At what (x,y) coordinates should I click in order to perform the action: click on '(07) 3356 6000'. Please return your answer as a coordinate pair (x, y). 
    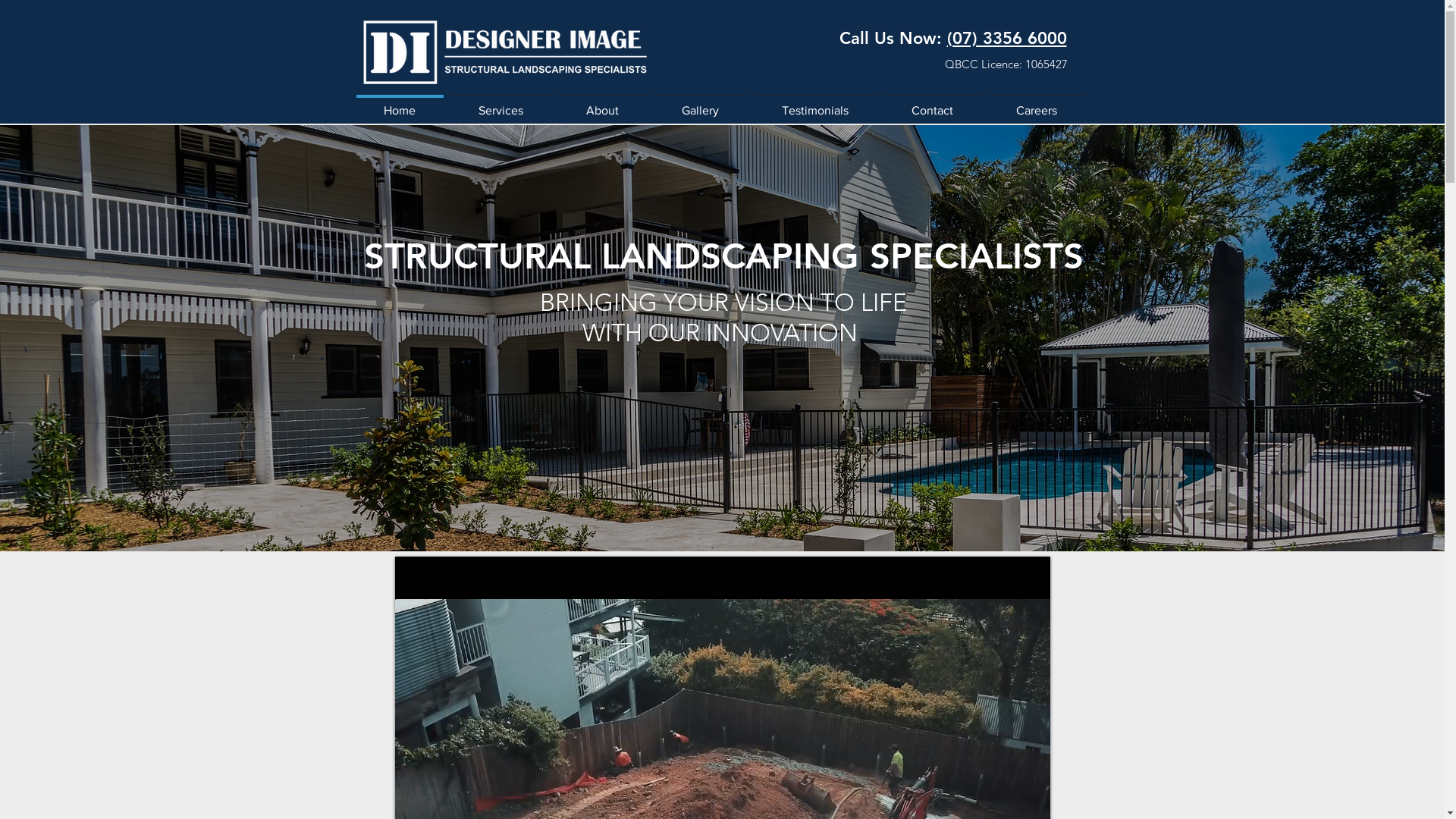
    Looking at the image, I should click on (1006, 37).